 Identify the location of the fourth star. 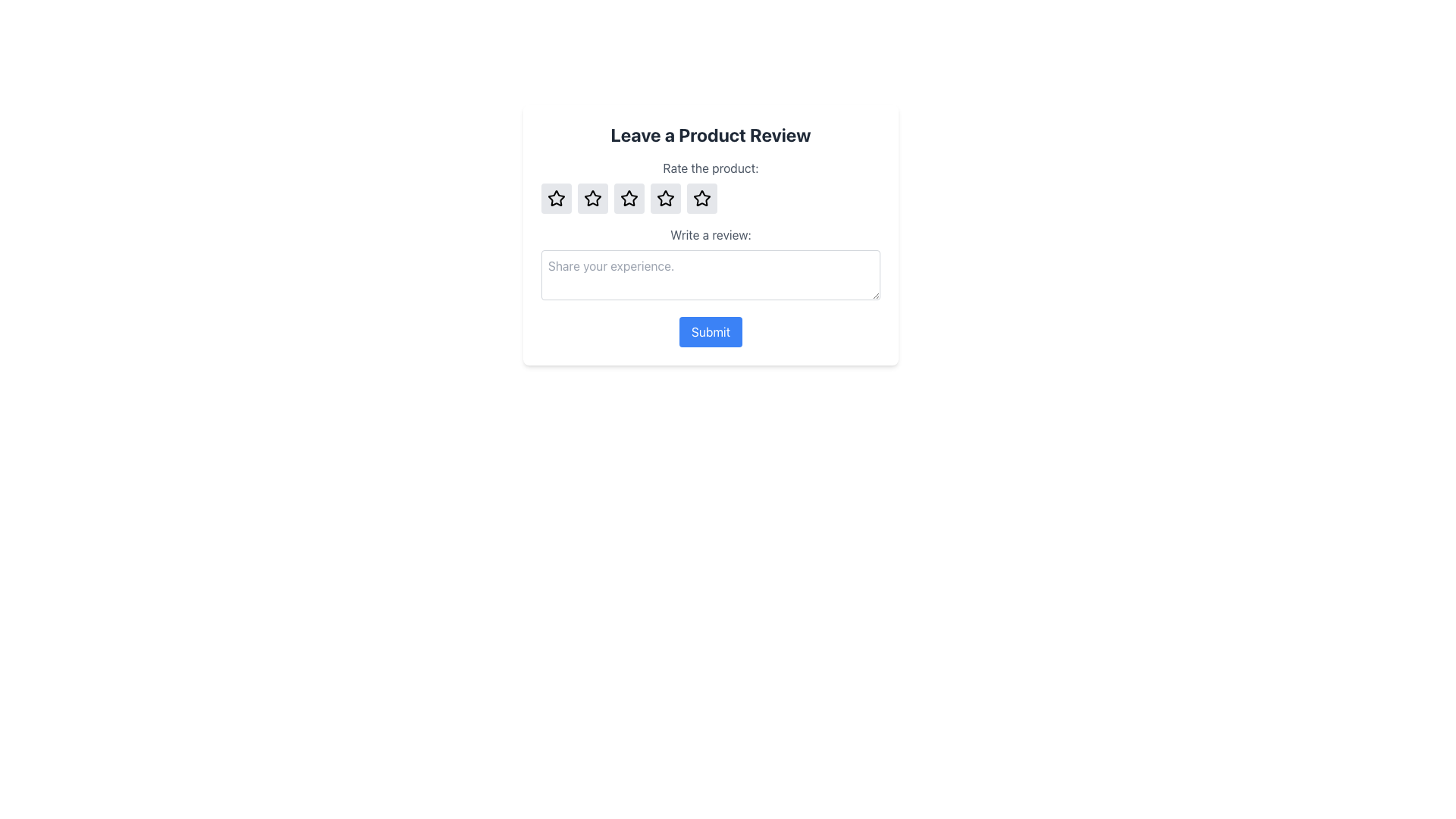
(710, 198).